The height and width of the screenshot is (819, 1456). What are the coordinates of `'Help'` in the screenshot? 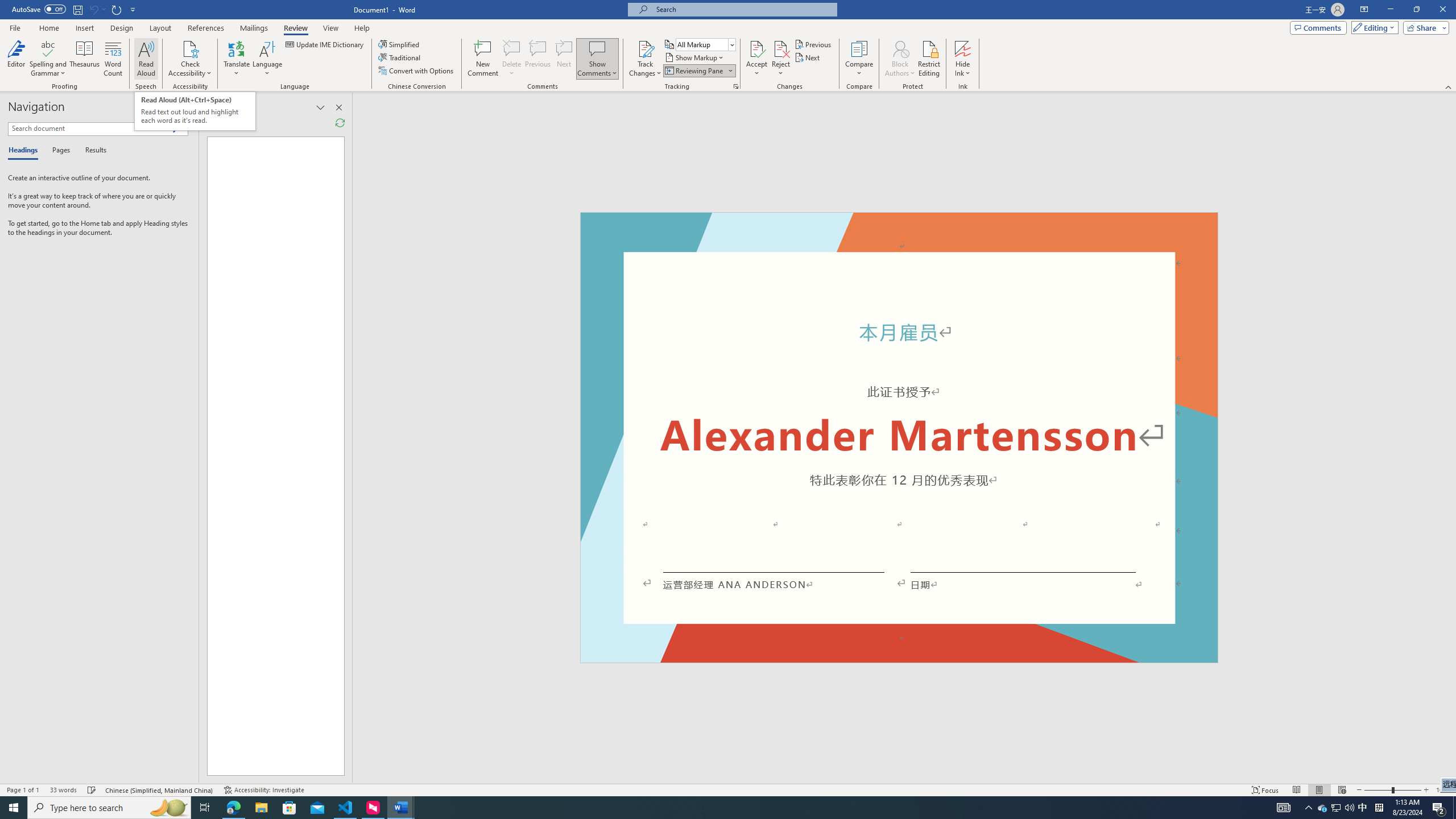 It's located at (361, 28).